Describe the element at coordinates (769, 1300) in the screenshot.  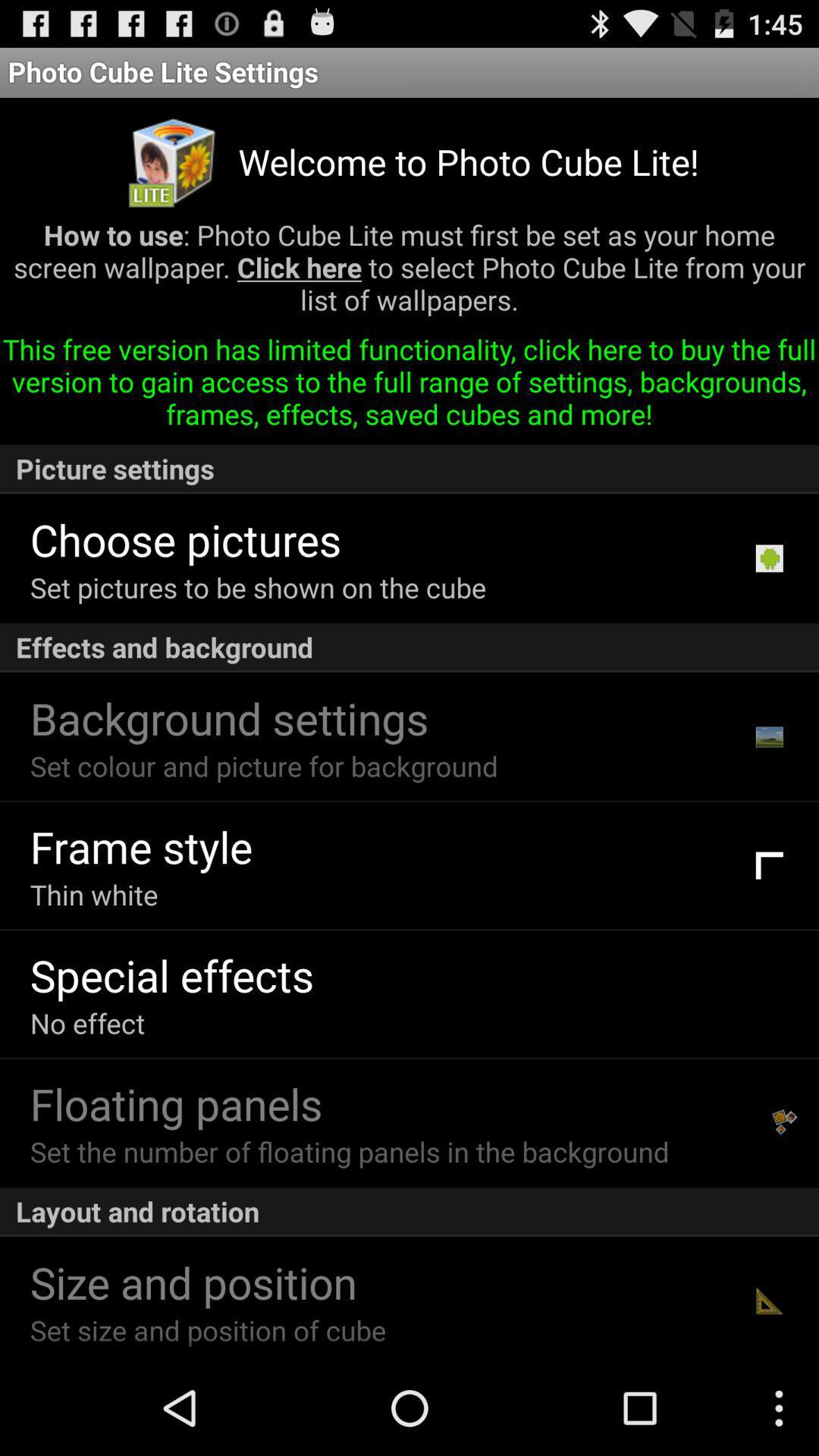
I see `item to the right of set size and` at that location.